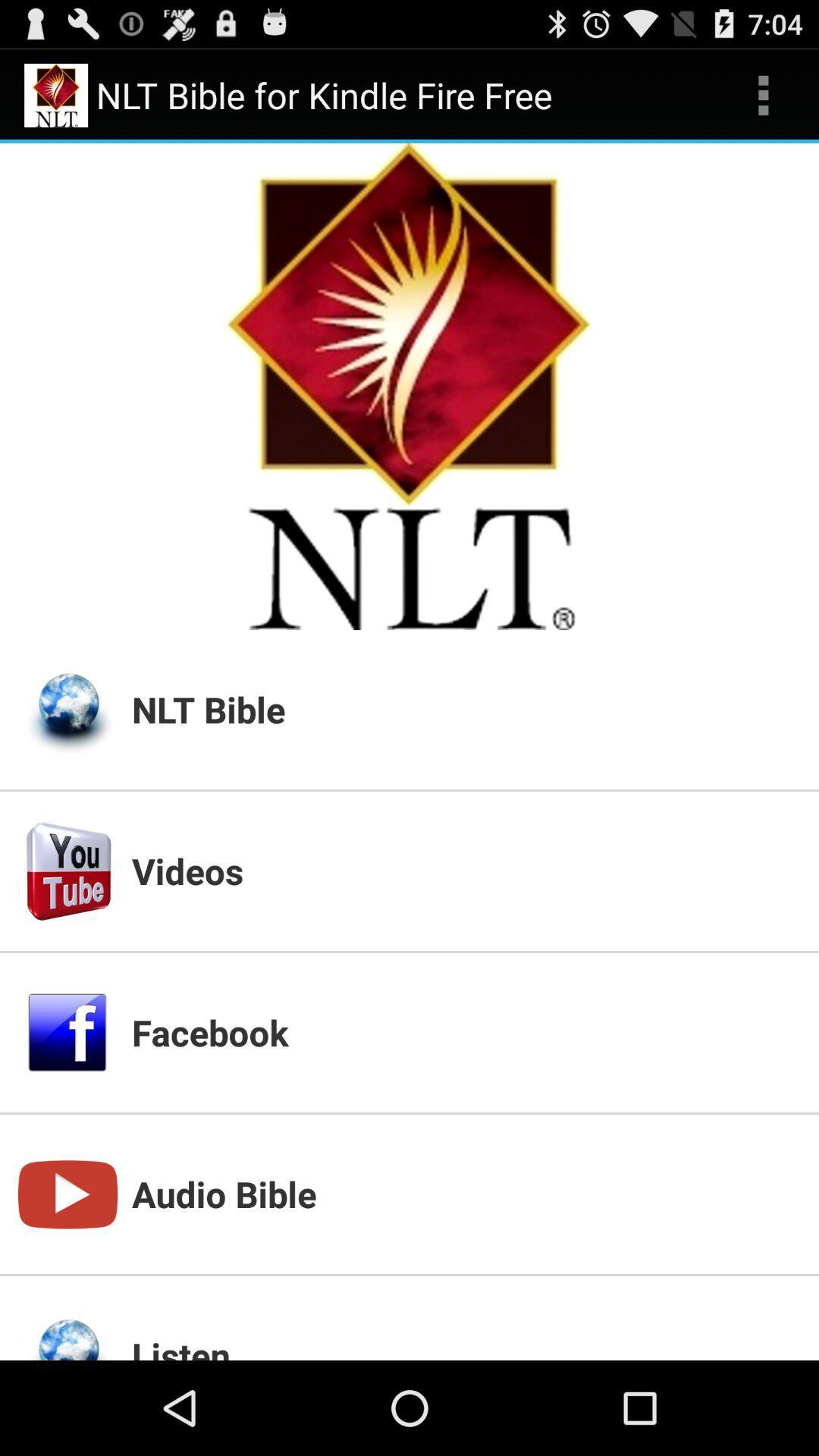 This screenshot has height=1456, width=819. I want to click on item at the top right corner, so click(763, 94).